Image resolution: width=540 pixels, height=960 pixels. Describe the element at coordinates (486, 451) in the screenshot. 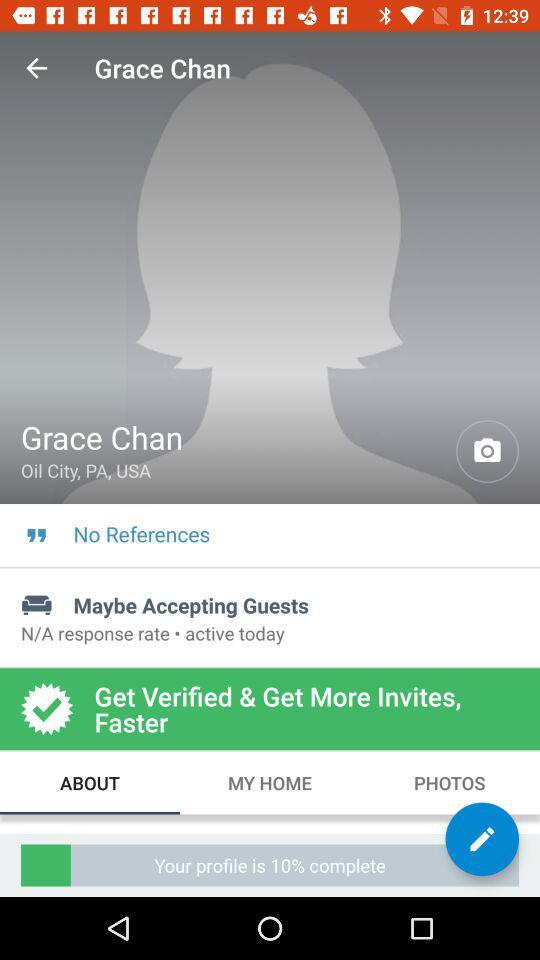

I see `item to the right of grace chan icon` at that location.